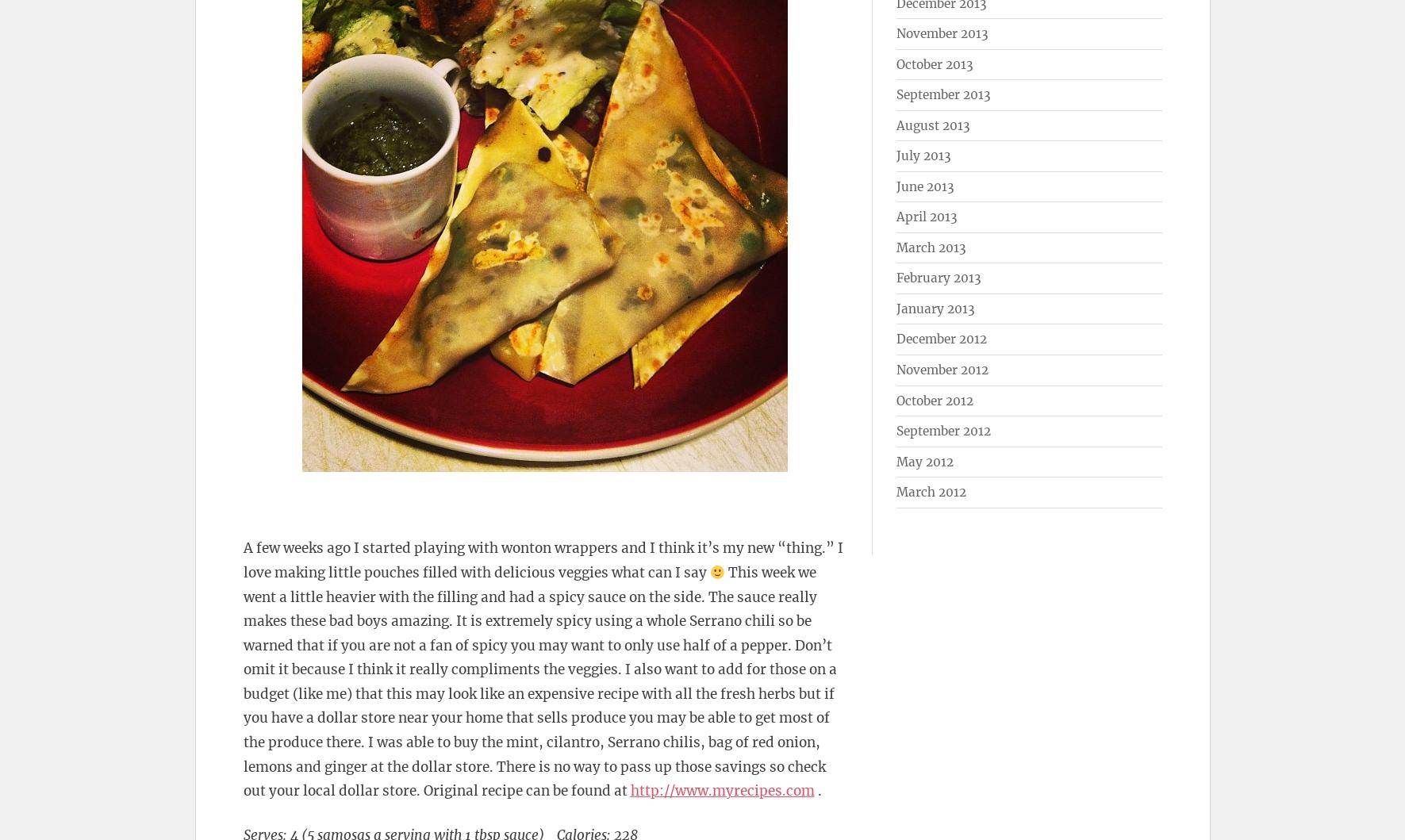  Describe the element at coordinates (938, 277) in the screenshot. I see `'February 2013'` at that location.